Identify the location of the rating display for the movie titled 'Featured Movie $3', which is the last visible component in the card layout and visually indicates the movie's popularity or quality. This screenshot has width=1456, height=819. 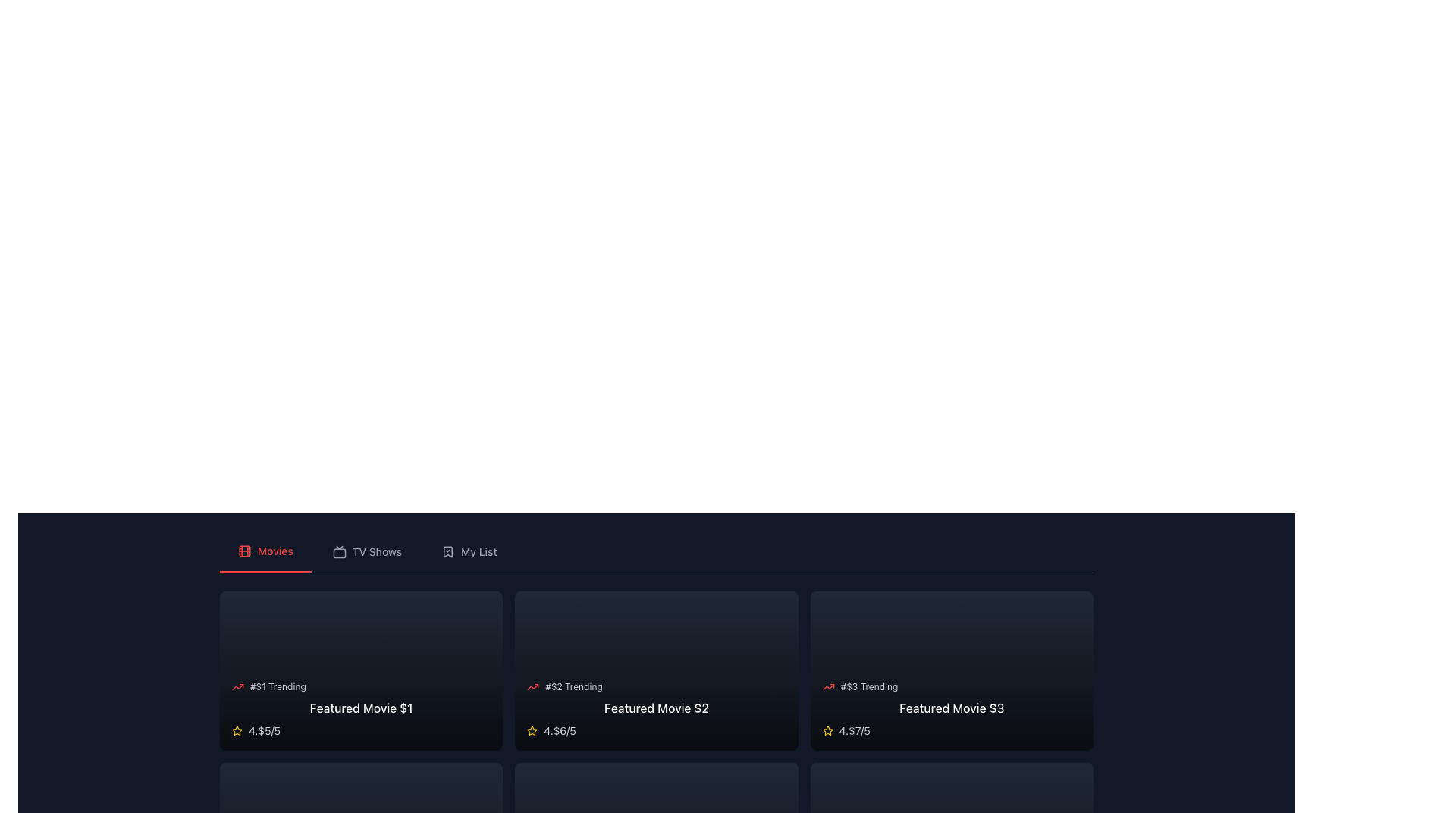
(951, 730).